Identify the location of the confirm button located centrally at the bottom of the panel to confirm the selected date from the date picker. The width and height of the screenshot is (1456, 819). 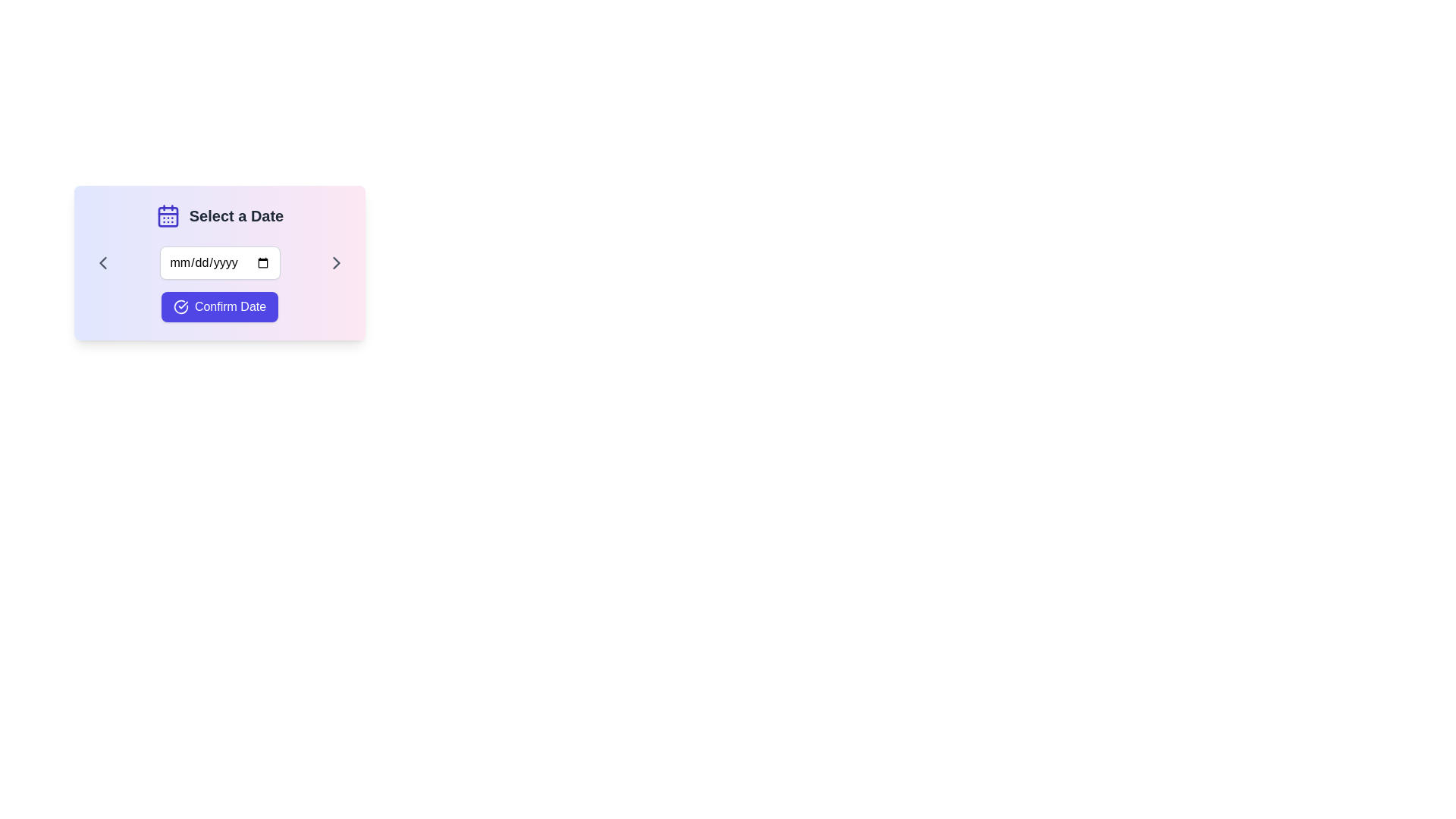
(218, 307).